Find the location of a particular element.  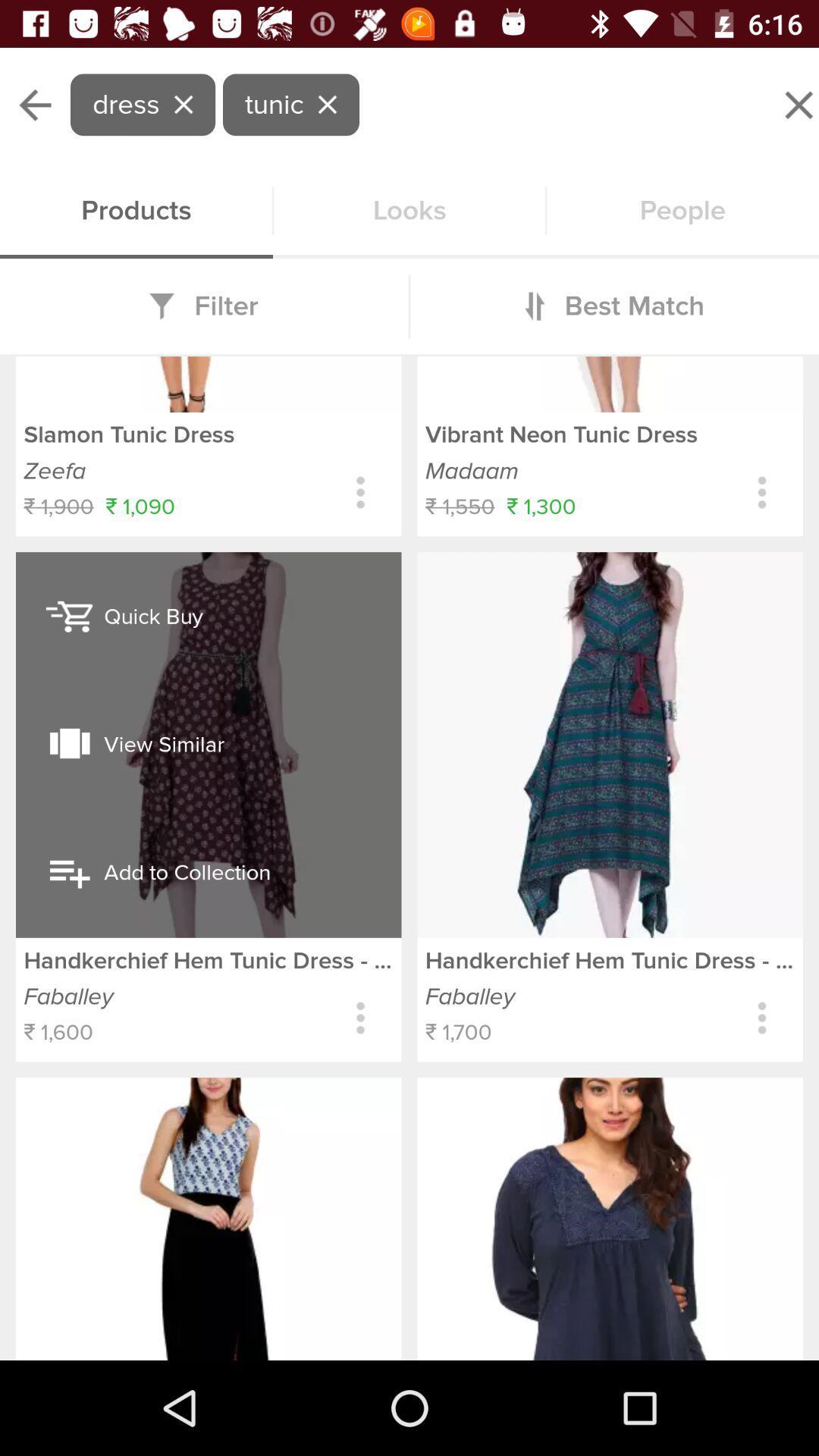

the picture above the vibrant neon tunic dress is located at coordinates (610, 384).